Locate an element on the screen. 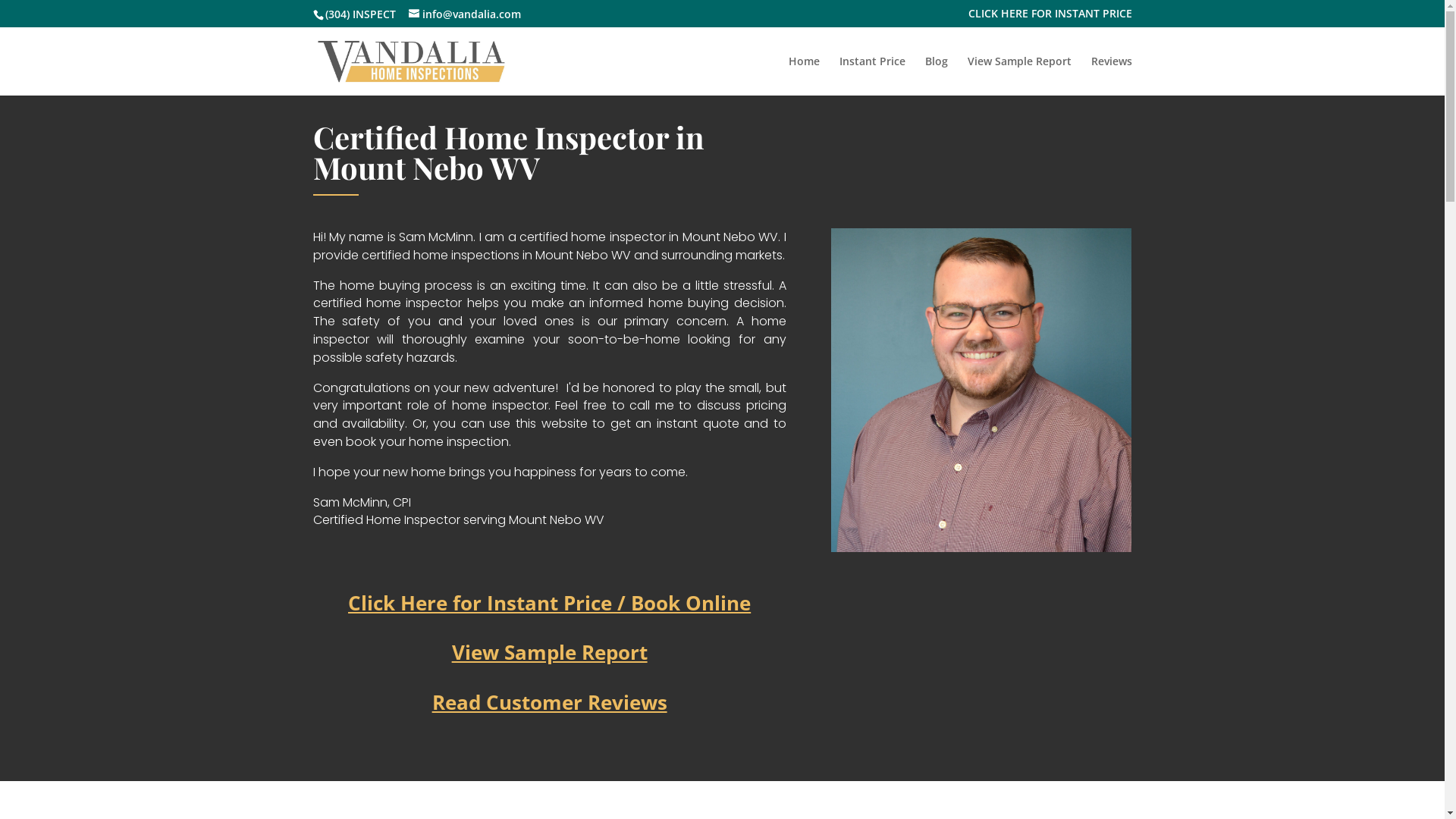 Image resolution: width=1456 pixels, height=819 pixels. 'Click Here for Instant Price / Book Online' is located at coordinates (548, 601).